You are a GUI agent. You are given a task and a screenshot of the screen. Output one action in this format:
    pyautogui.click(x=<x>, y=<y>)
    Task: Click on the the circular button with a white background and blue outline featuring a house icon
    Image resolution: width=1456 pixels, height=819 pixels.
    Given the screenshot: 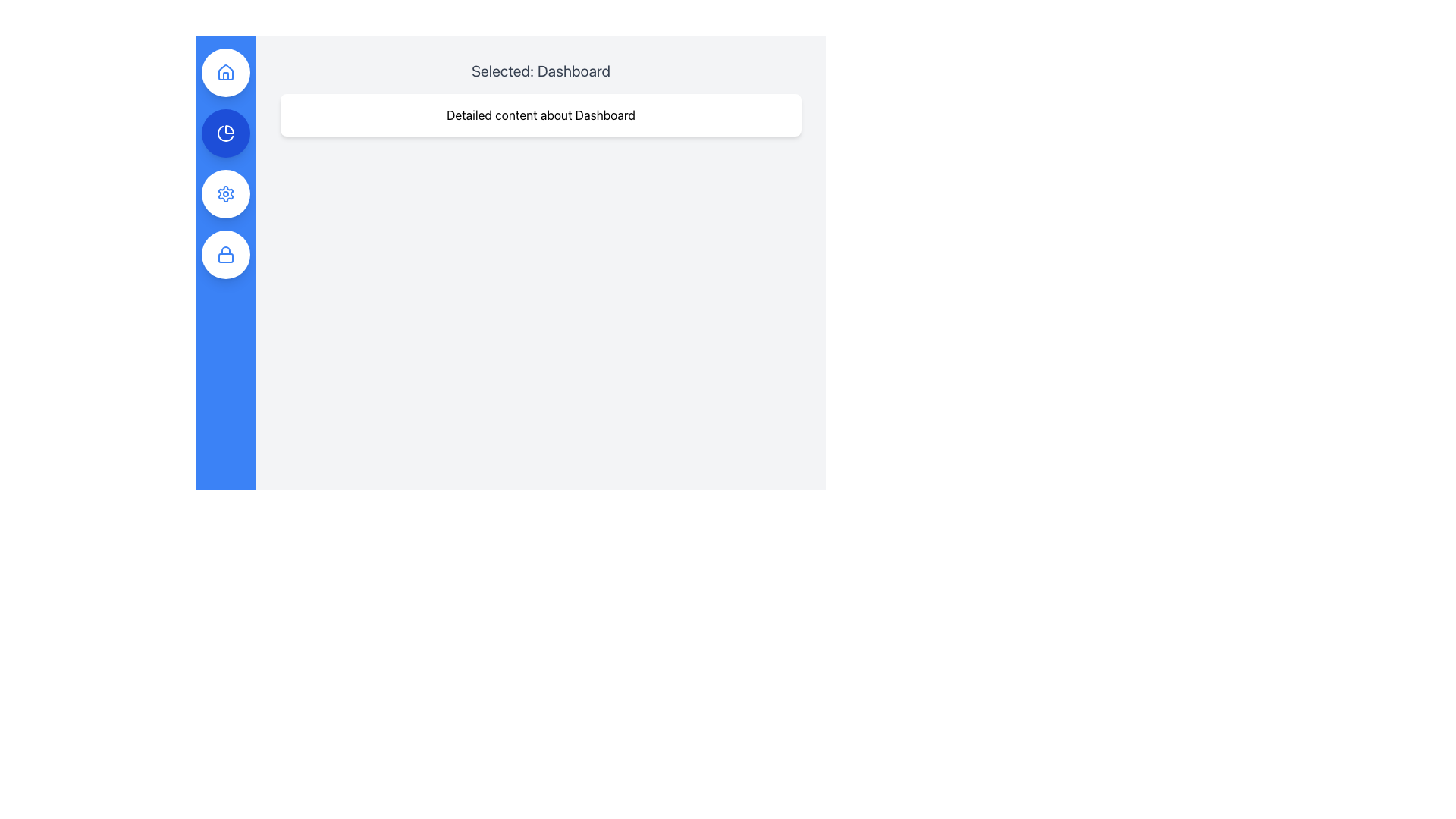 What is the action you would take?
    pyautogui.click(x=224, y=73)
    